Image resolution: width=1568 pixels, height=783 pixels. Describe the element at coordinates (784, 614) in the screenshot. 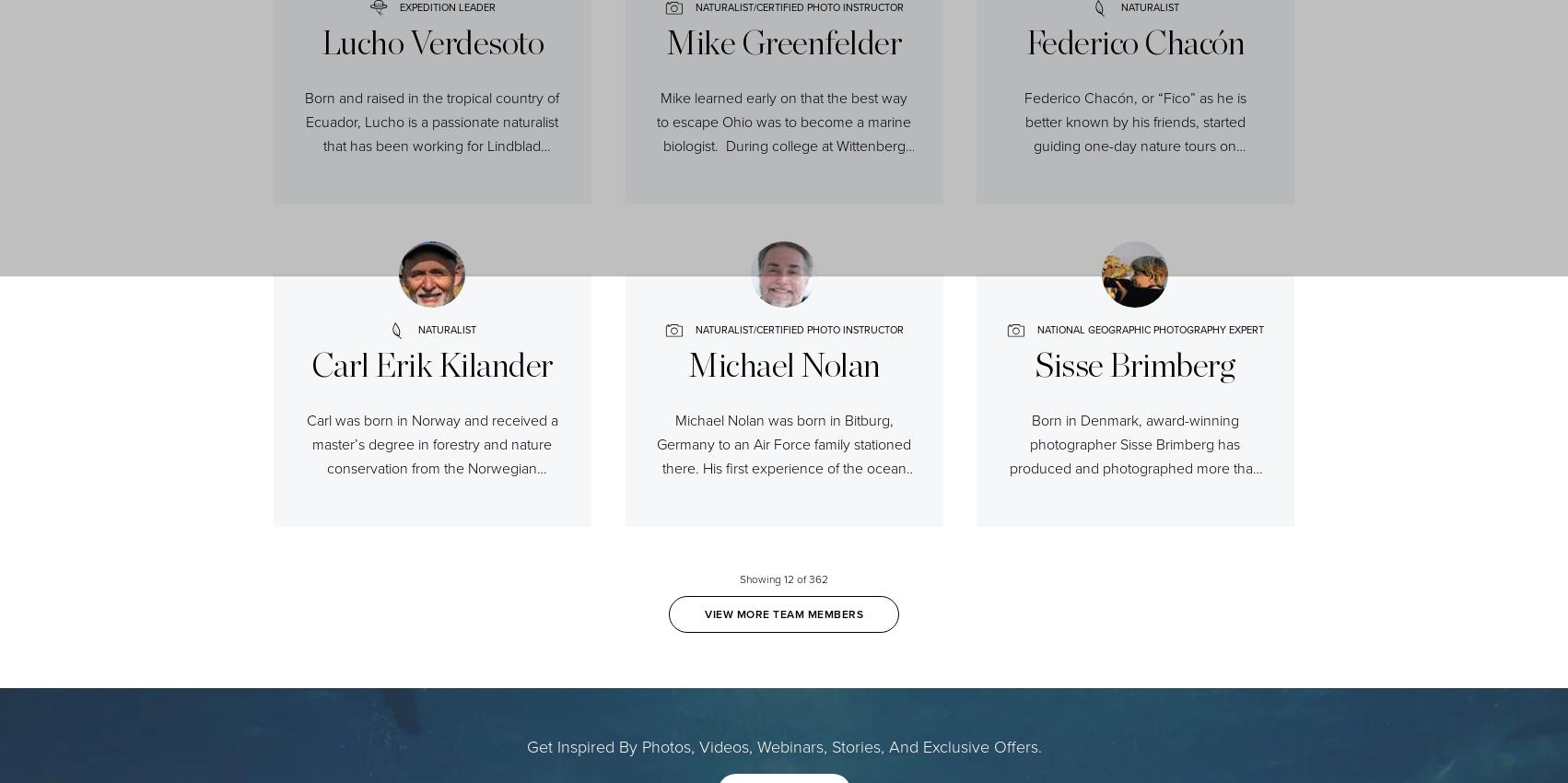

I see `'VIEW MORE TEAM MEMBERS'` at that location.